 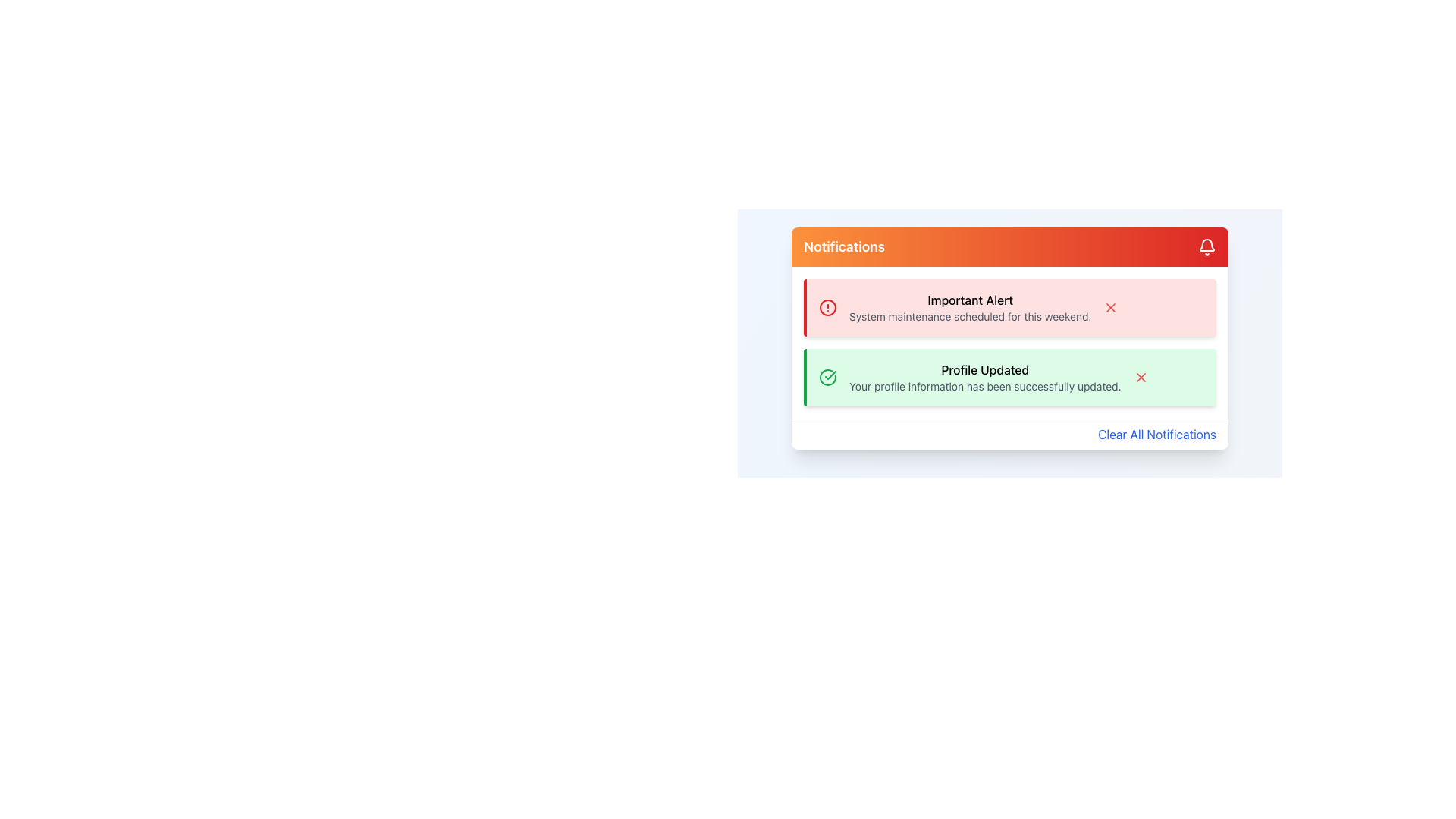 I want to click on details of the alert displayed in the Notification text area, which shows 'Important Alert' in prominent white text on a red background, so click(x=969, y=307).